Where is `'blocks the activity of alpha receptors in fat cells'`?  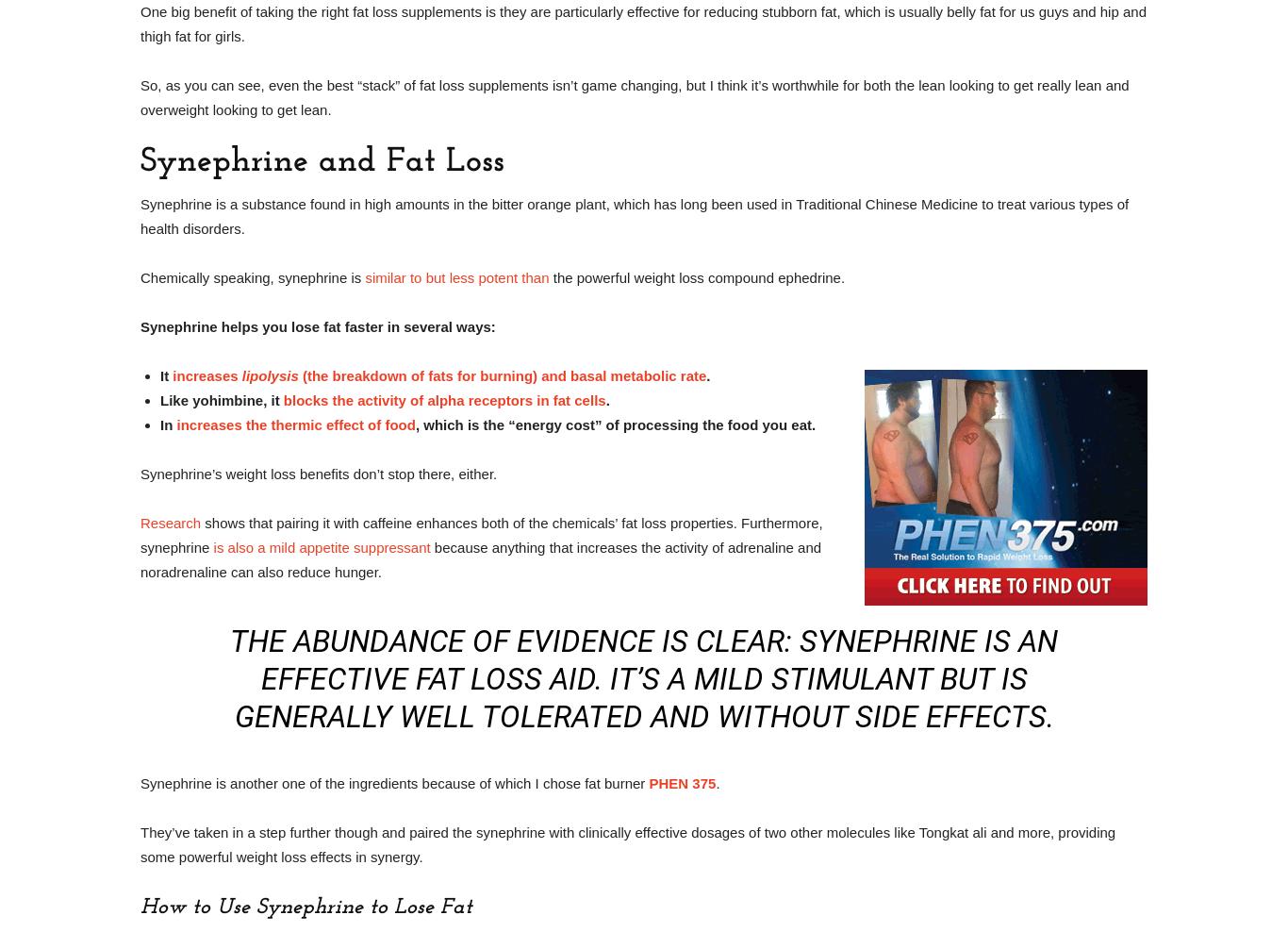
'blocks the activity of alpha receptors in fat cells' is located at coordinates (443, 399).